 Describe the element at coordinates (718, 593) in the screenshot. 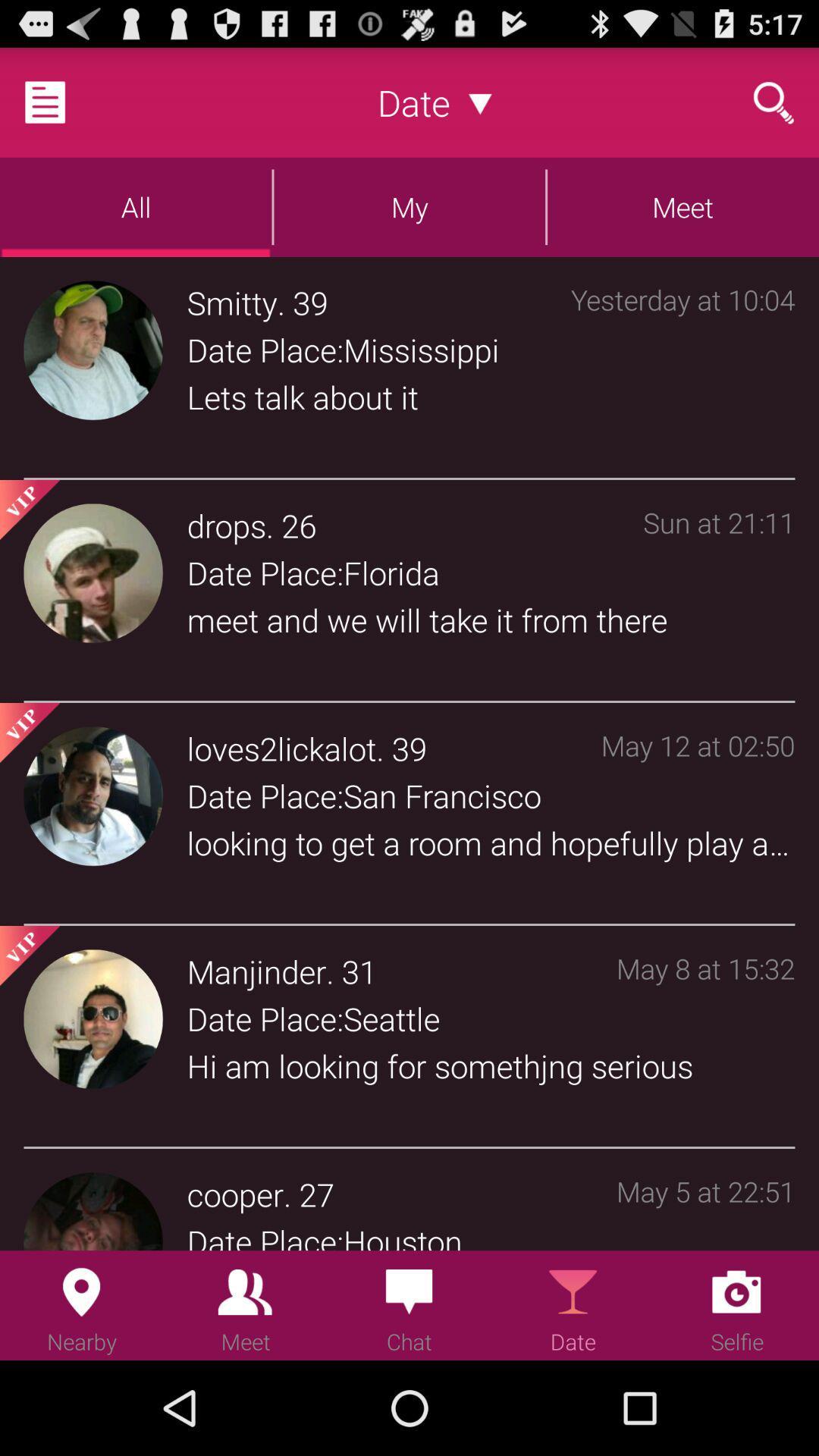

I see `item to the right of date place:florida app` at that location.